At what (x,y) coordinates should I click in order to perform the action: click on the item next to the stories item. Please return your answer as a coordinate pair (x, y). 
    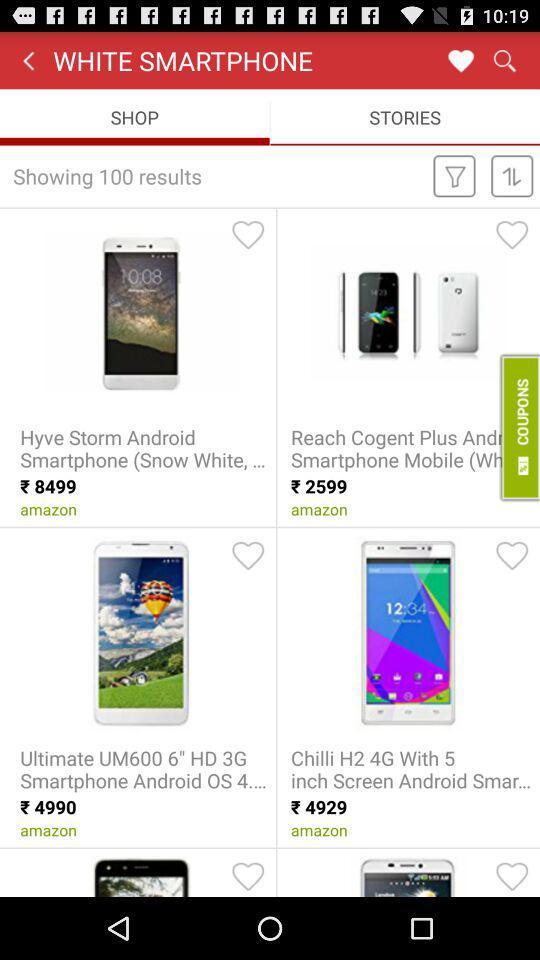
    Looking at the image, I should click on (134, 117).